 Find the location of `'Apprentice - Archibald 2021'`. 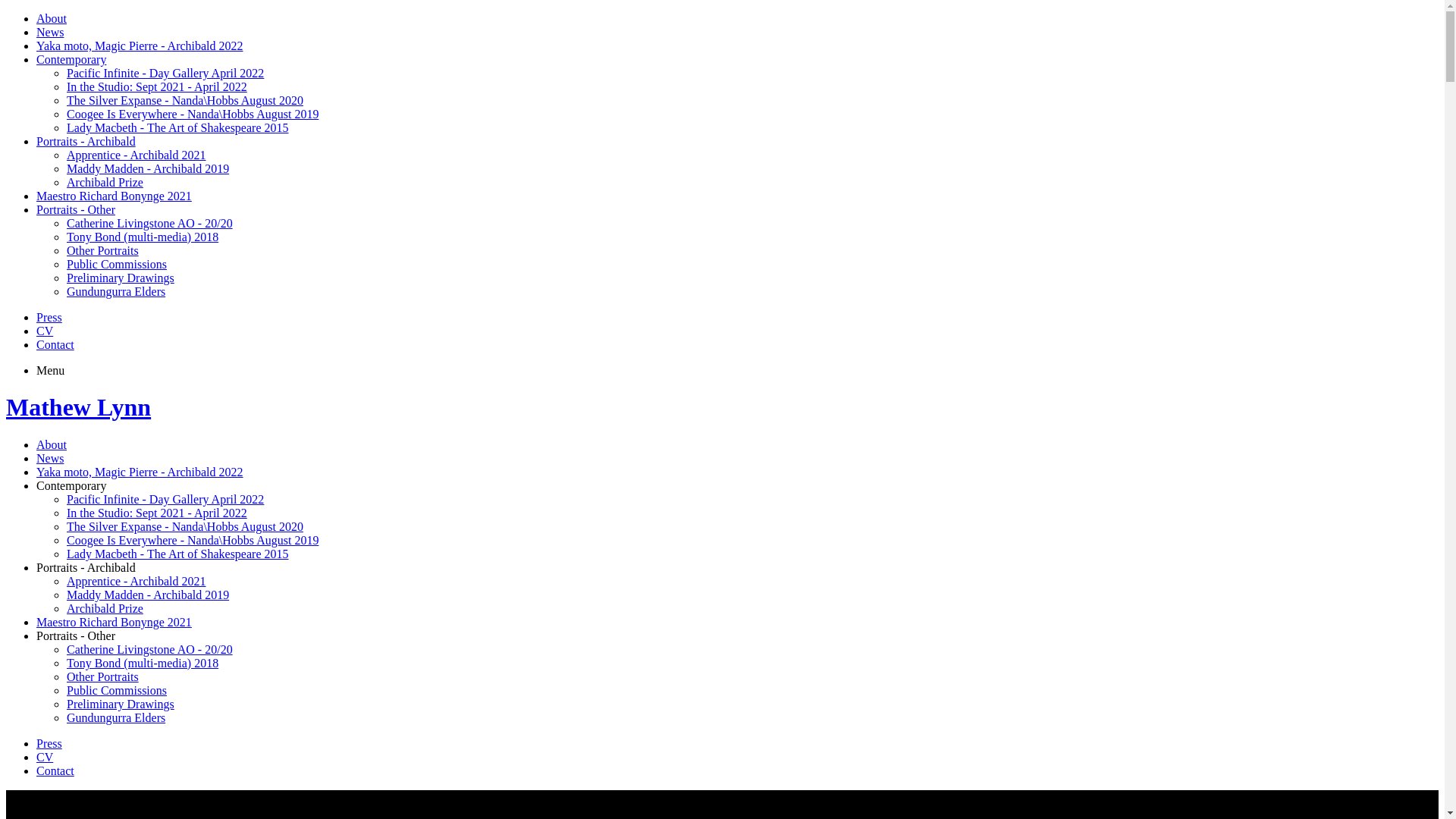

'Apprentice - Archibald 2021' is located at coordinates (65, 155).